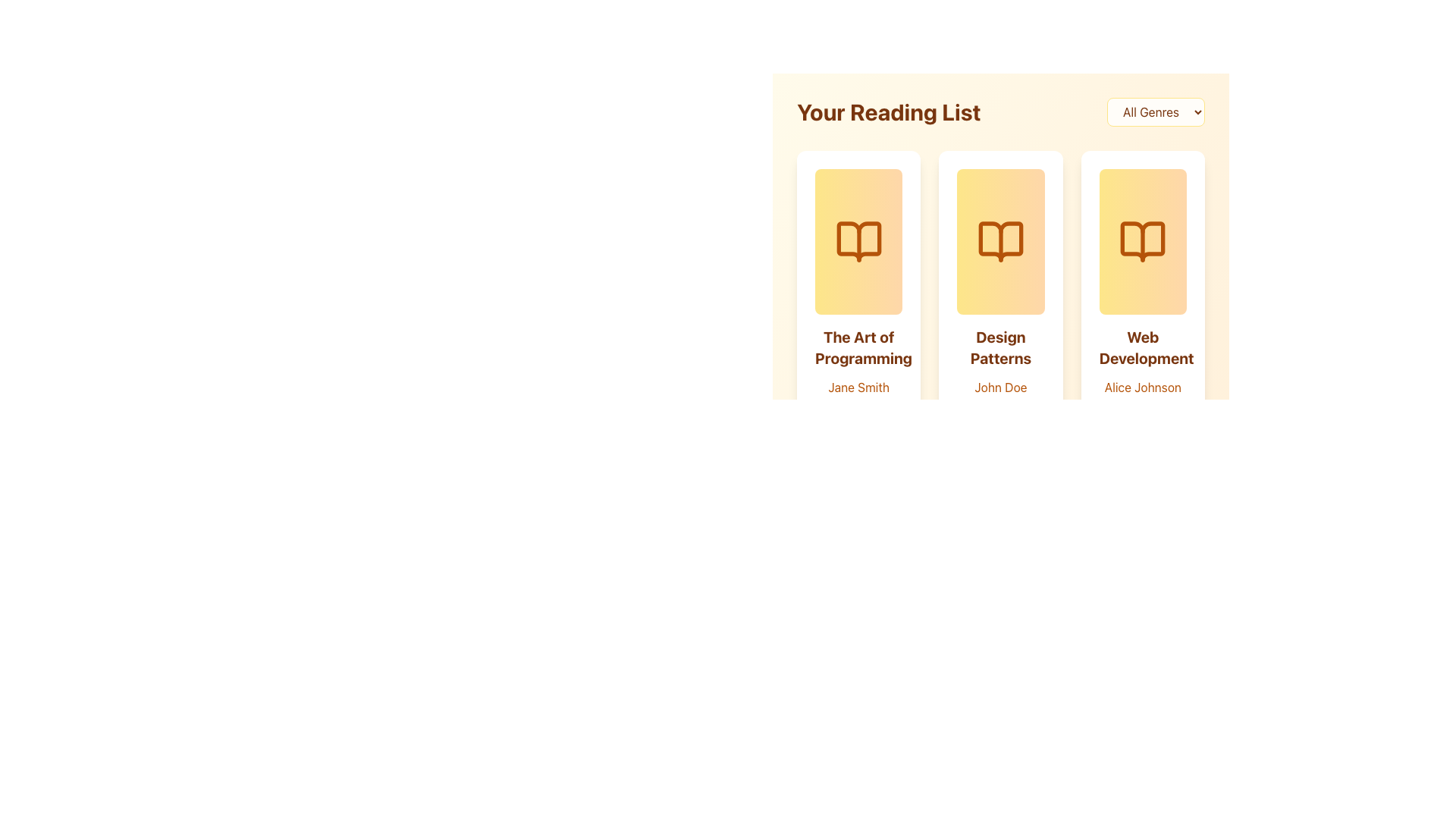 The width and height of the screenshot is (1456, 819). I want to click on anywhere inside the third card in the 'Your Reading List' section, titled 'Web Development' by 'Alice Johnson', so click(1143, 241).